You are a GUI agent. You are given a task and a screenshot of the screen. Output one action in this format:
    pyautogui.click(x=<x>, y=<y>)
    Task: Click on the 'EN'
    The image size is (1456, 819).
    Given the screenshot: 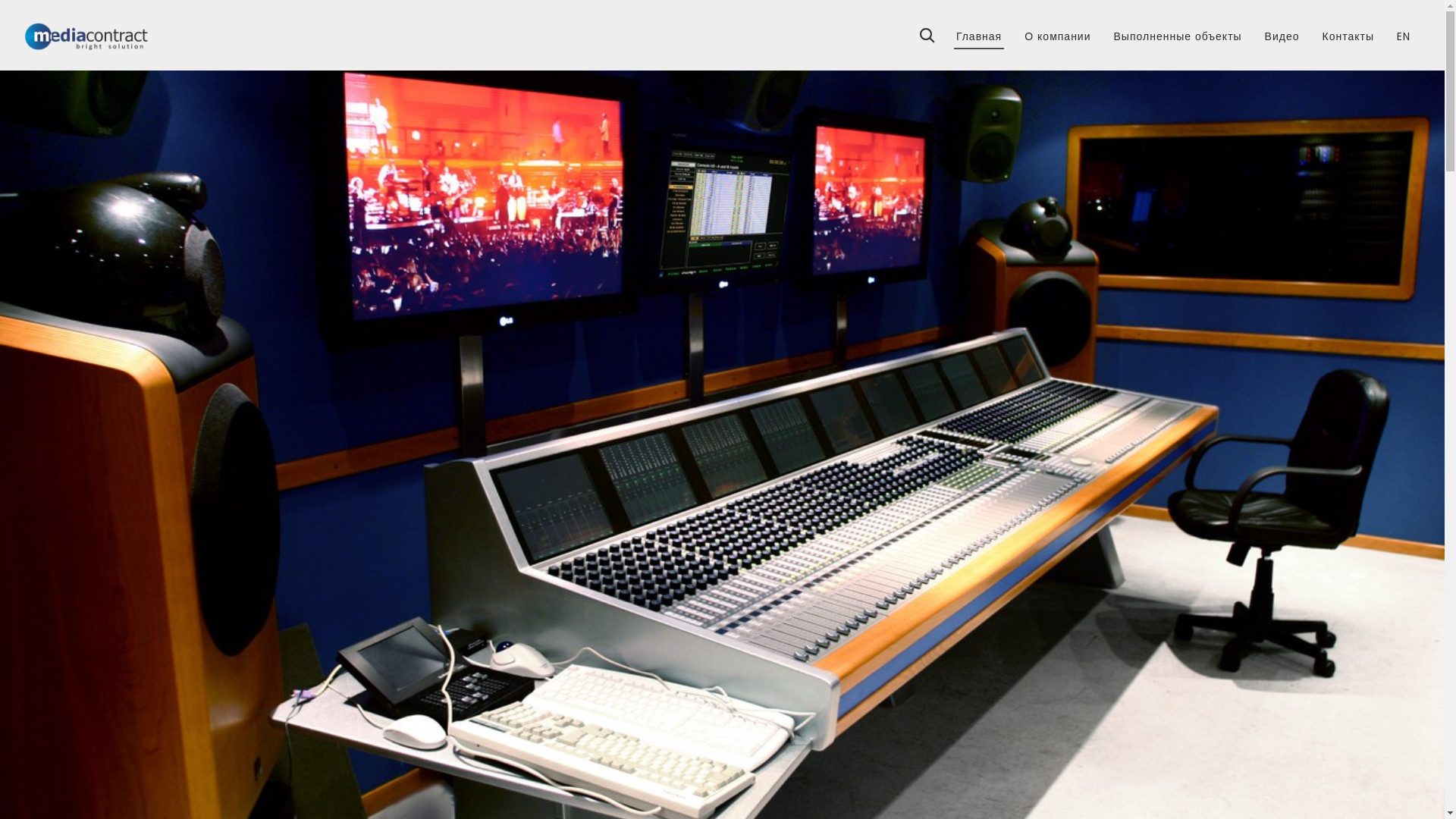 What is the action you would take?
    pyautogui.click(x=1403, y=31)
    